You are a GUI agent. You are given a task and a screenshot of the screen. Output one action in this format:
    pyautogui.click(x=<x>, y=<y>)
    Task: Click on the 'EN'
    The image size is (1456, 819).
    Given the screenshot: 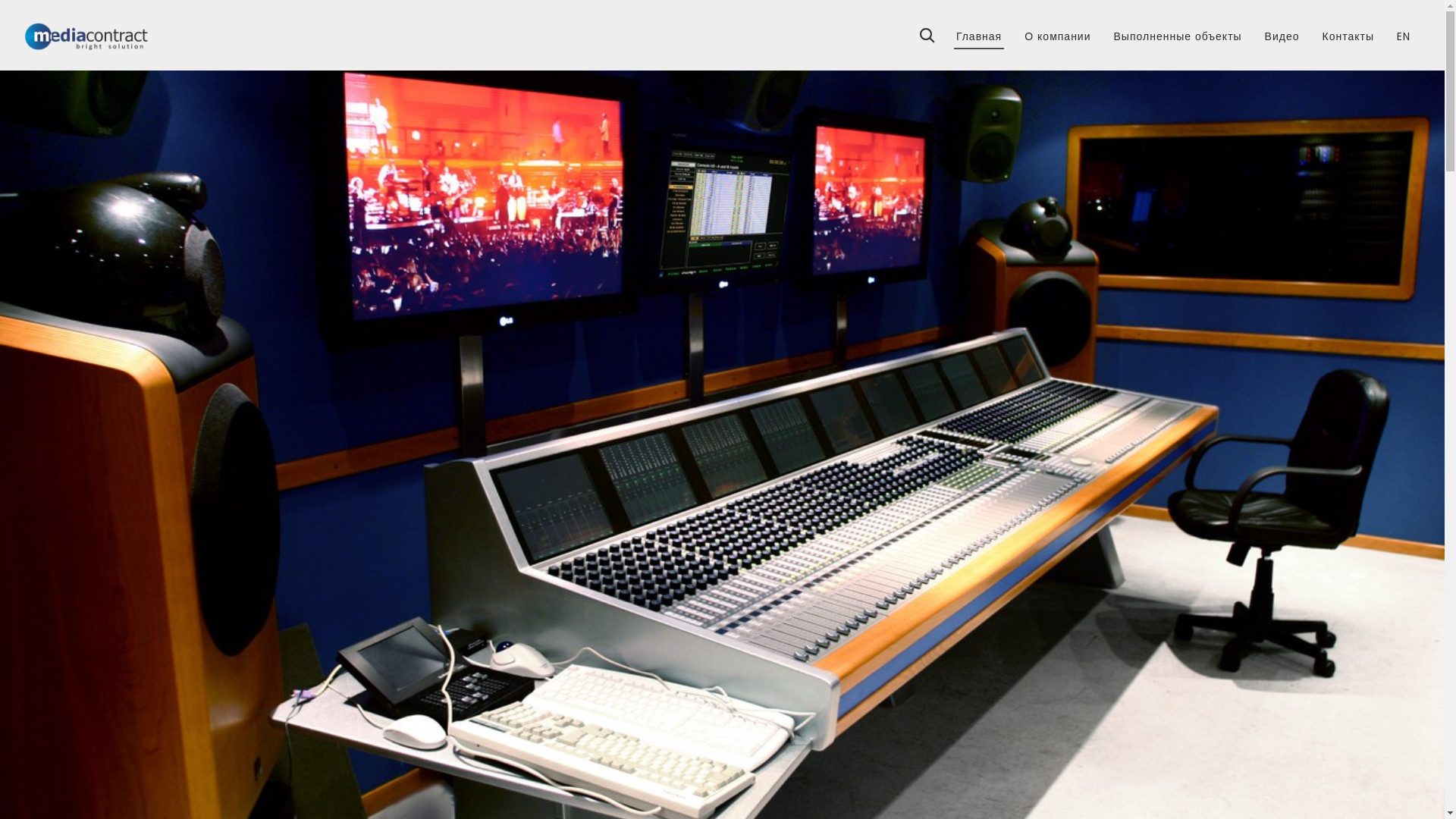 What is the action you would take?
    pyautogui.click(x=1403, y=31)
    